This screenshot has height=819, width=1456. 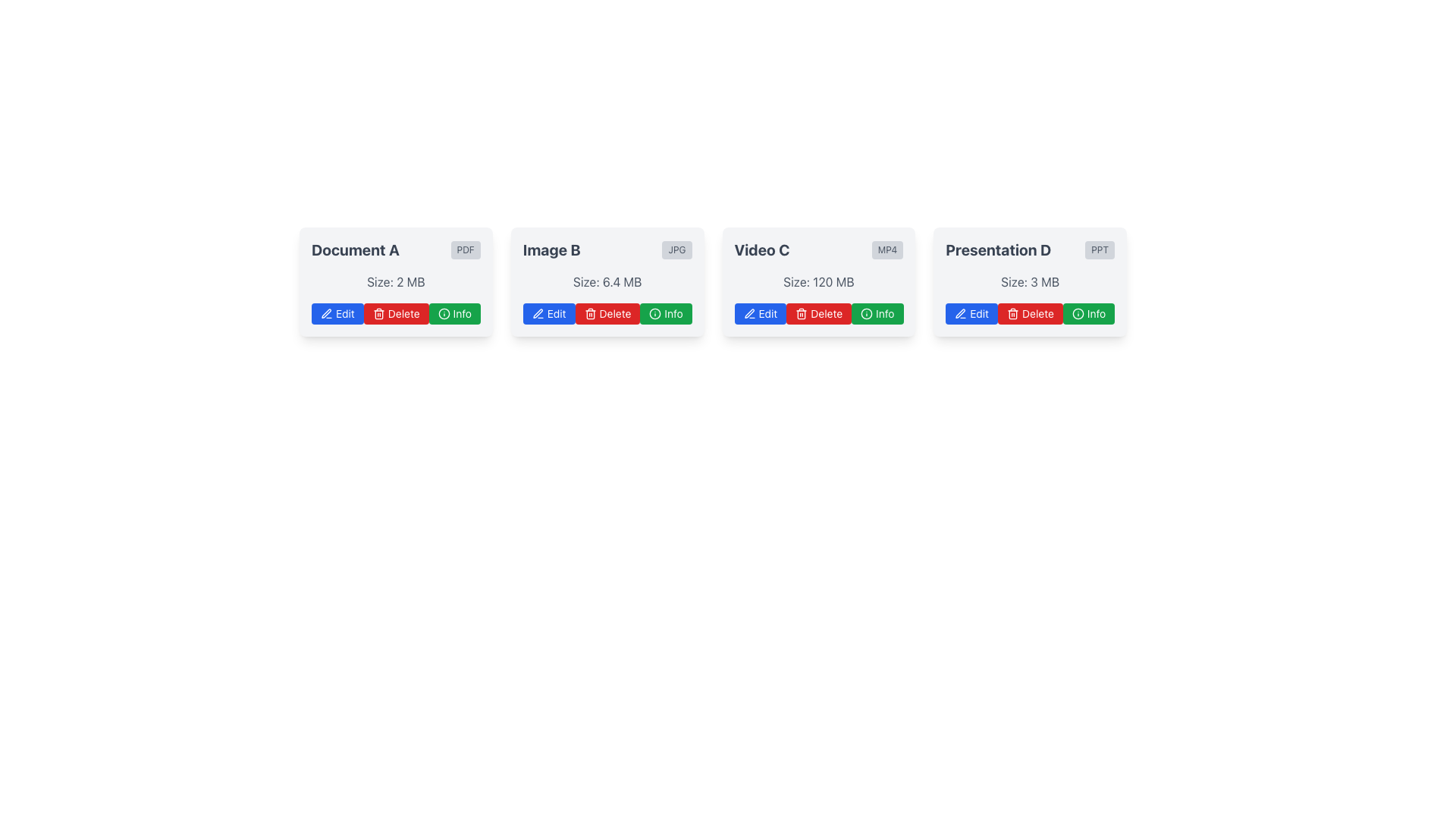 I want to click on the Text display element titled 'Document A' with a gray label 'PDF' located in the top section of the first document card, so click(x=396, y=249).